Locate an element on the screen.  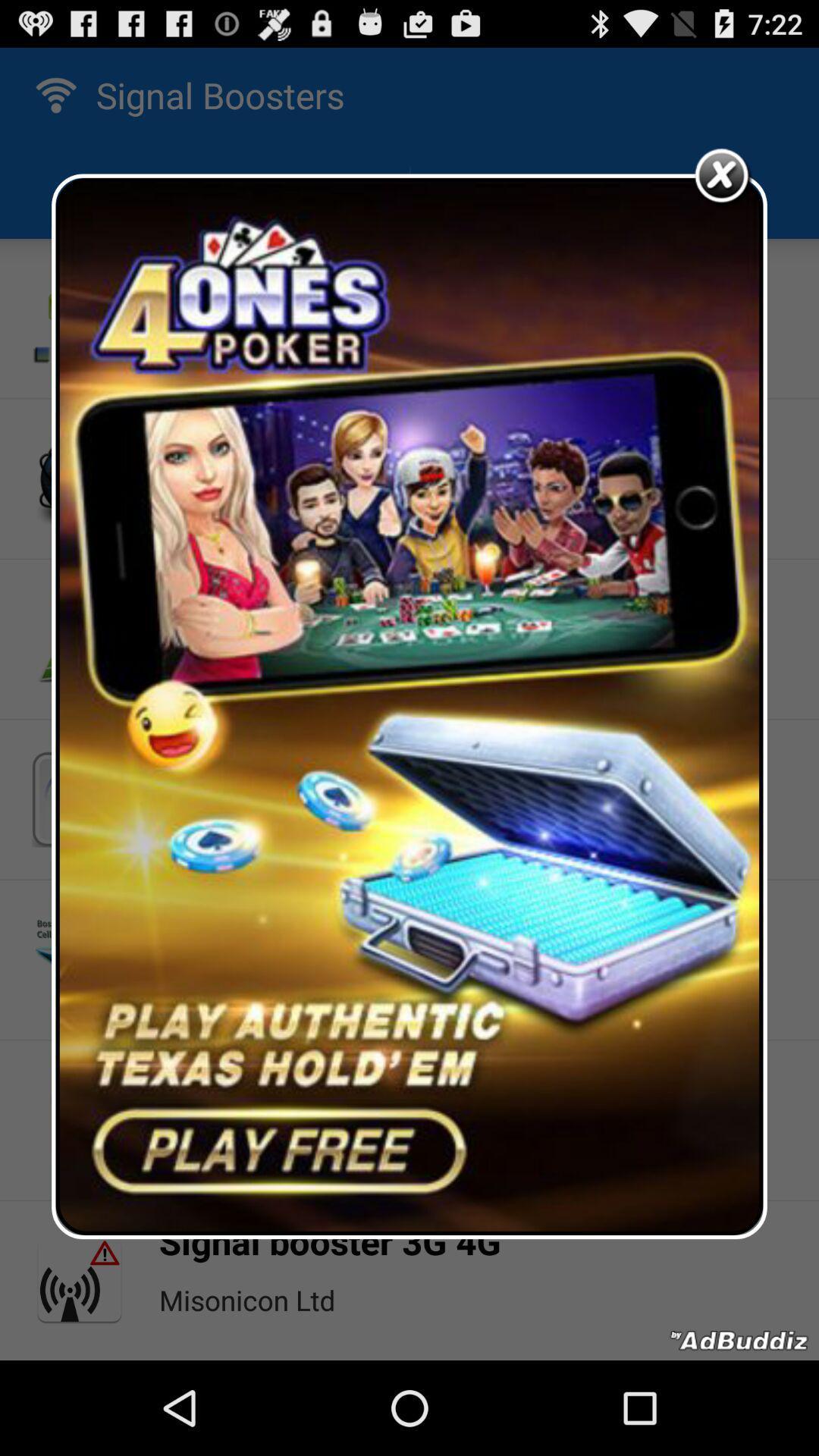
advertisement is located at coordinates (409, 705).